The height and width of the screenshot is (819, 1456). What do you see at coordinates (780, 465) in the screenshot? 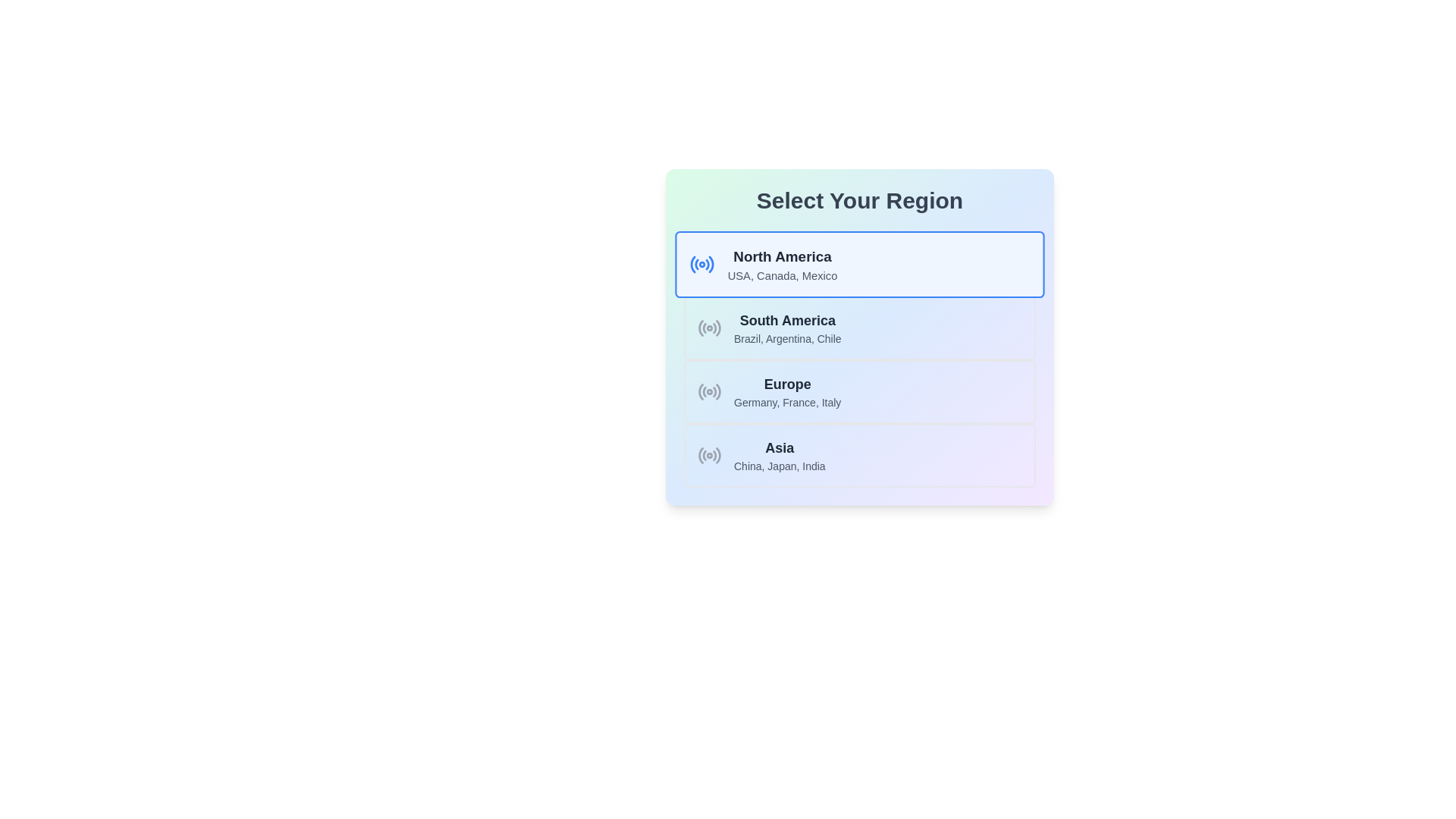
I see `the static text label displaying countries associated with the 'Asia' region, located directly below the heading 'Asia'` at bounding box center [780, 465].